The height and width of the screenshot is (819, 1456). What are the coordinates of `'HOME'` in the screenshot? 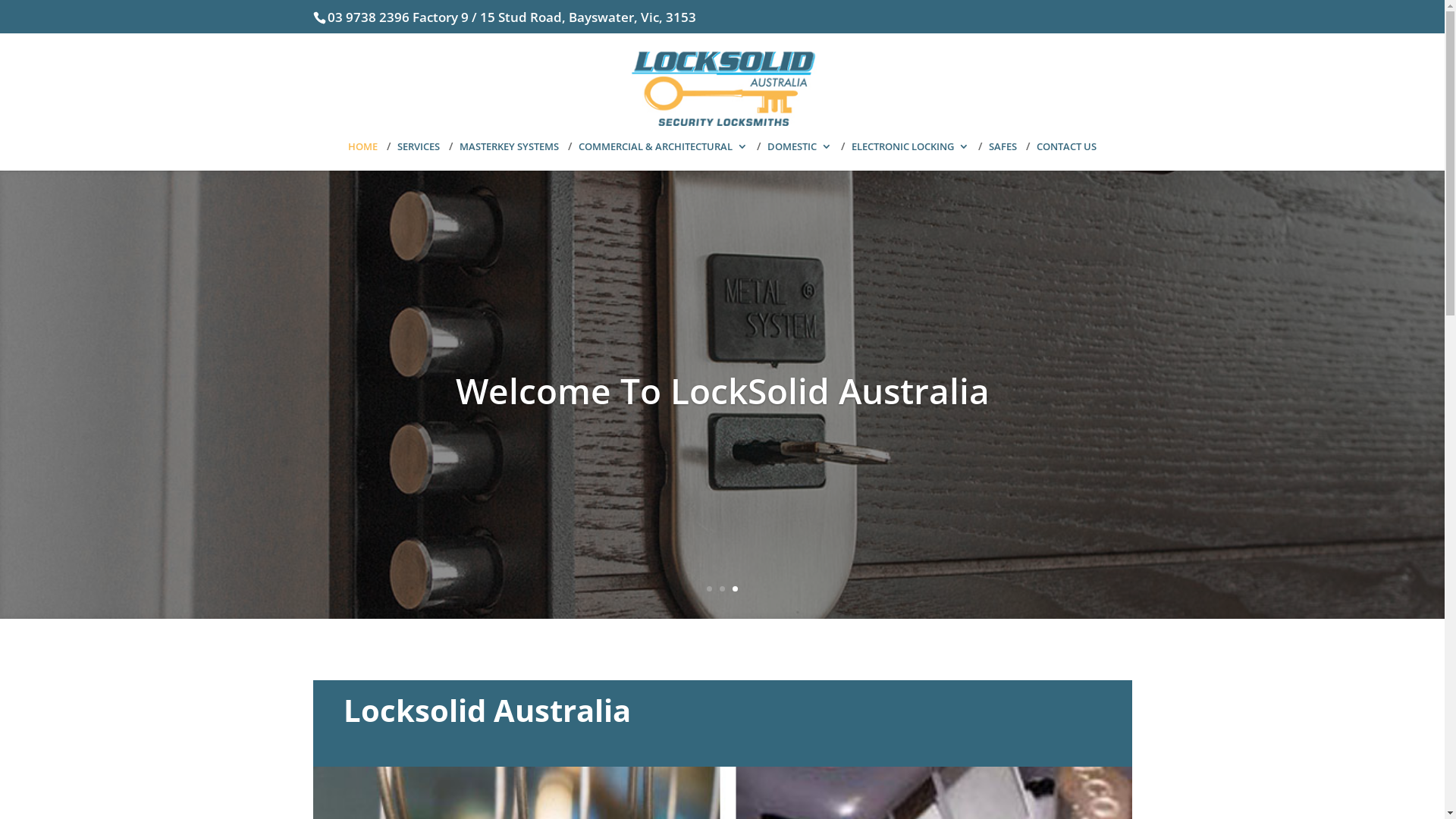 It's located at (362, 155).